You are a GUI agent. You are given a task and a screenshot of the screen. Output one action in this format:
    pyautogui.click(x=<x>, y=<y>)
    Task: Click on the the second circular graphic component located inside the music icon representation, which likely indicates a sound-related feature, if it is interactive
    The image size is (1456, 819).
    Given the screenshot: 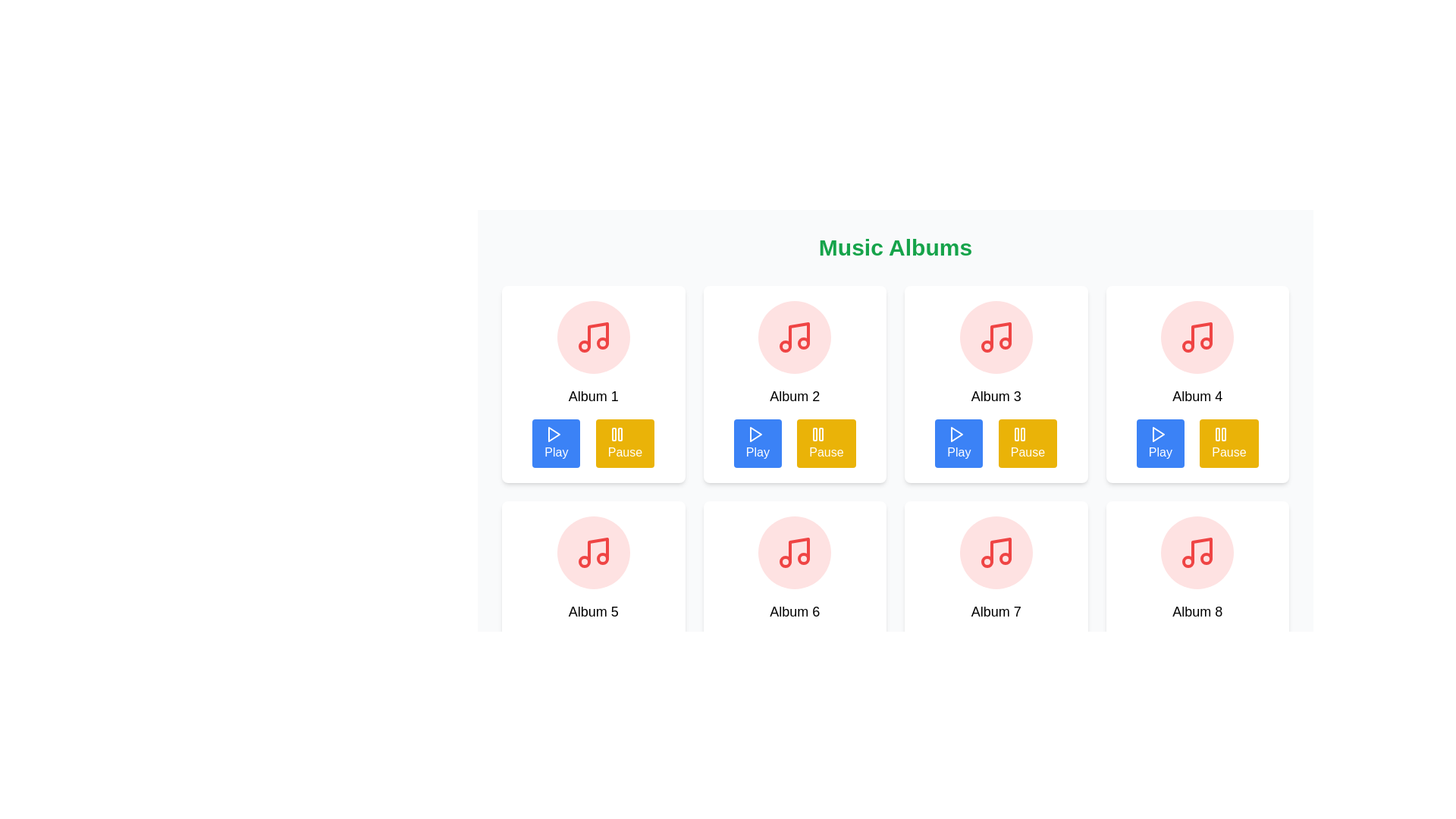 What is the action you would take?
    pyautogui.click(x=987, y=346)
    